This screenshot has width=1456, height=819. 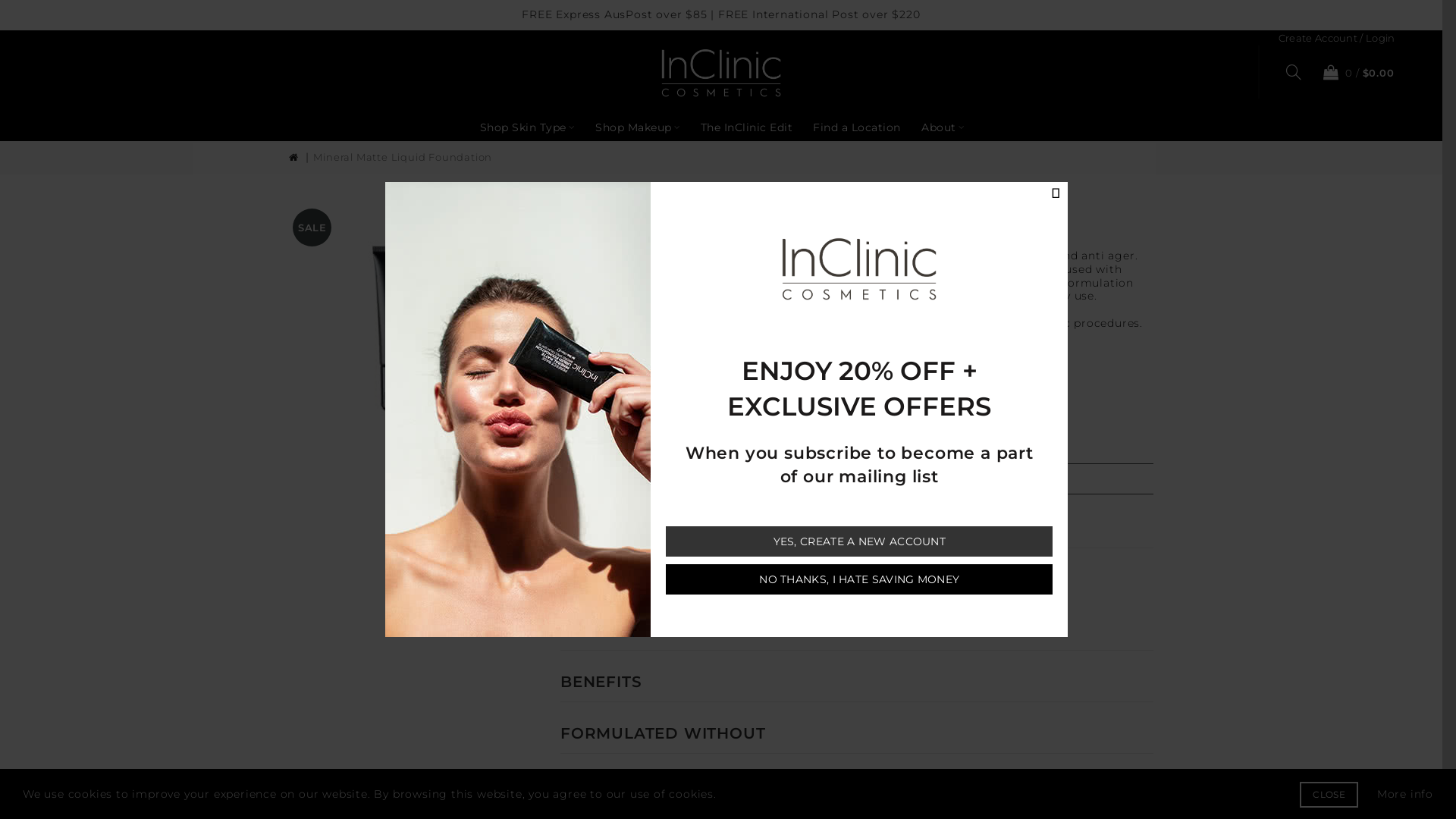 I want to click on 'More info', so click(x=1404, y=792).